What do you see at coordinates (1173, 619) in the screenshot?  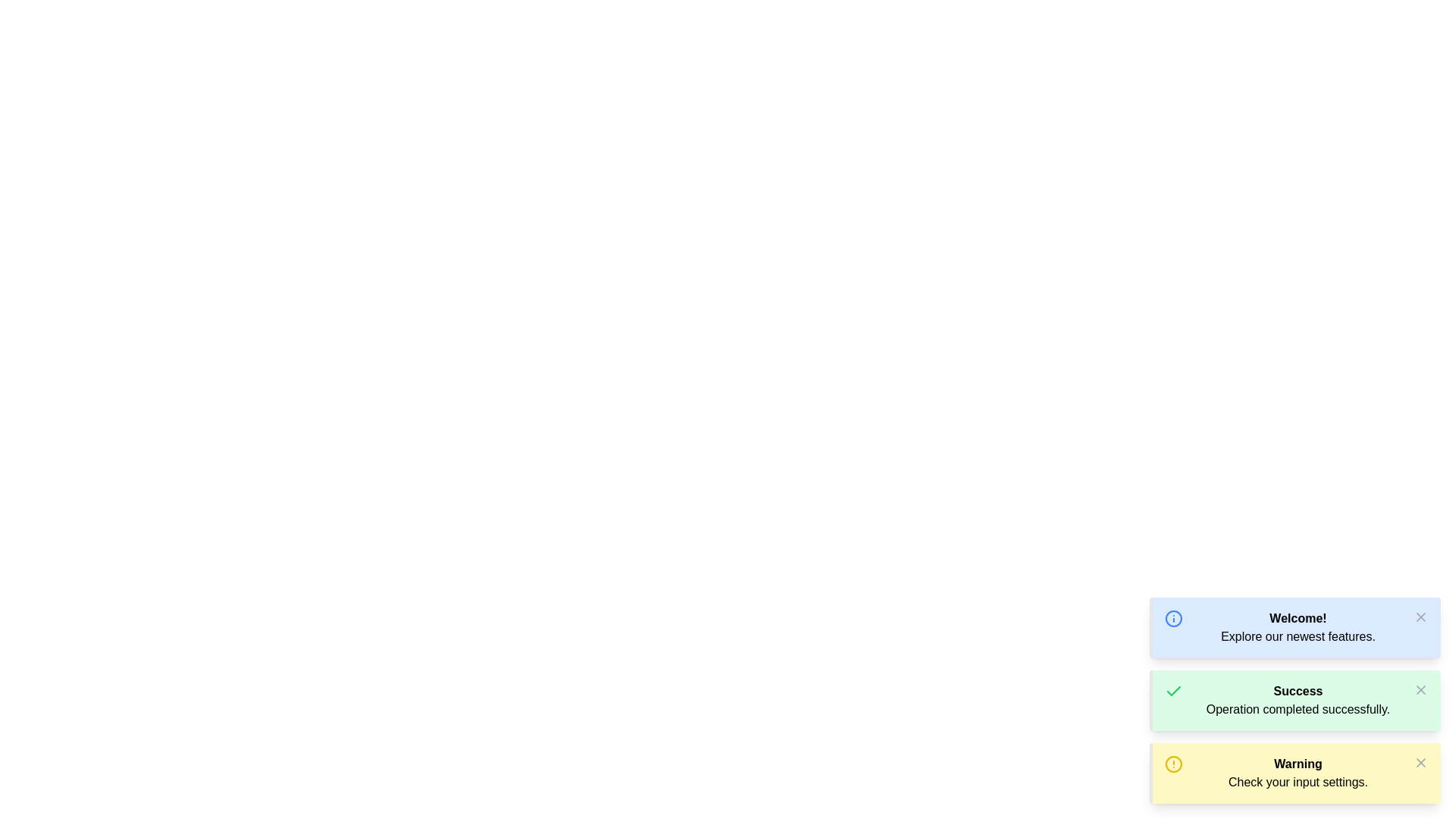 I see `the circular graphical icon component of the information symbol, located within the notification box labeled 'Welcome! Explore our newest features.'` at bounding box center [1173, 619].